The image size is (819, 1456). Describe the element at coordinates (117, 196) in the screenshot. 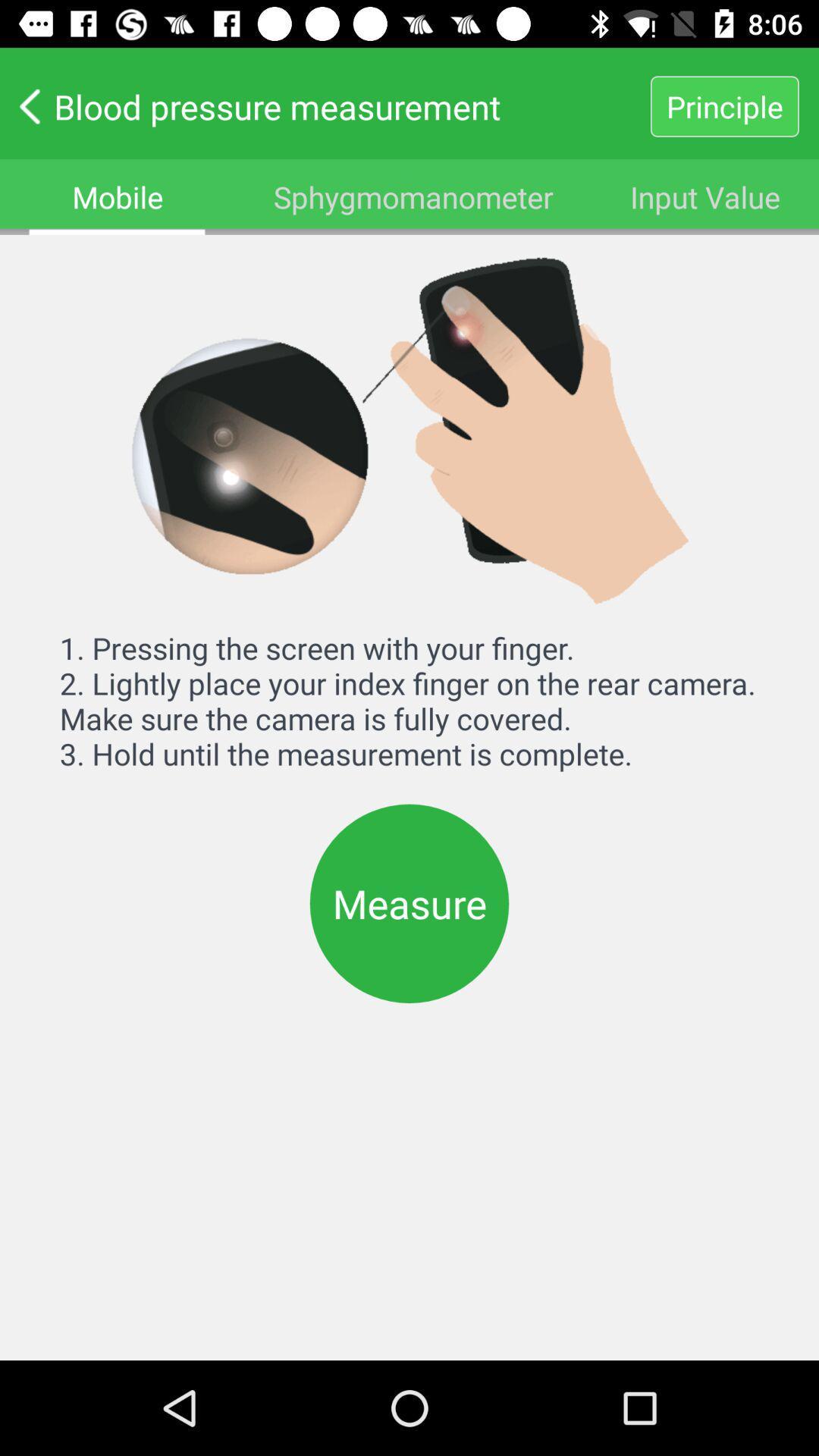

I see `the item to the left of sphygmomanometer` at that location.